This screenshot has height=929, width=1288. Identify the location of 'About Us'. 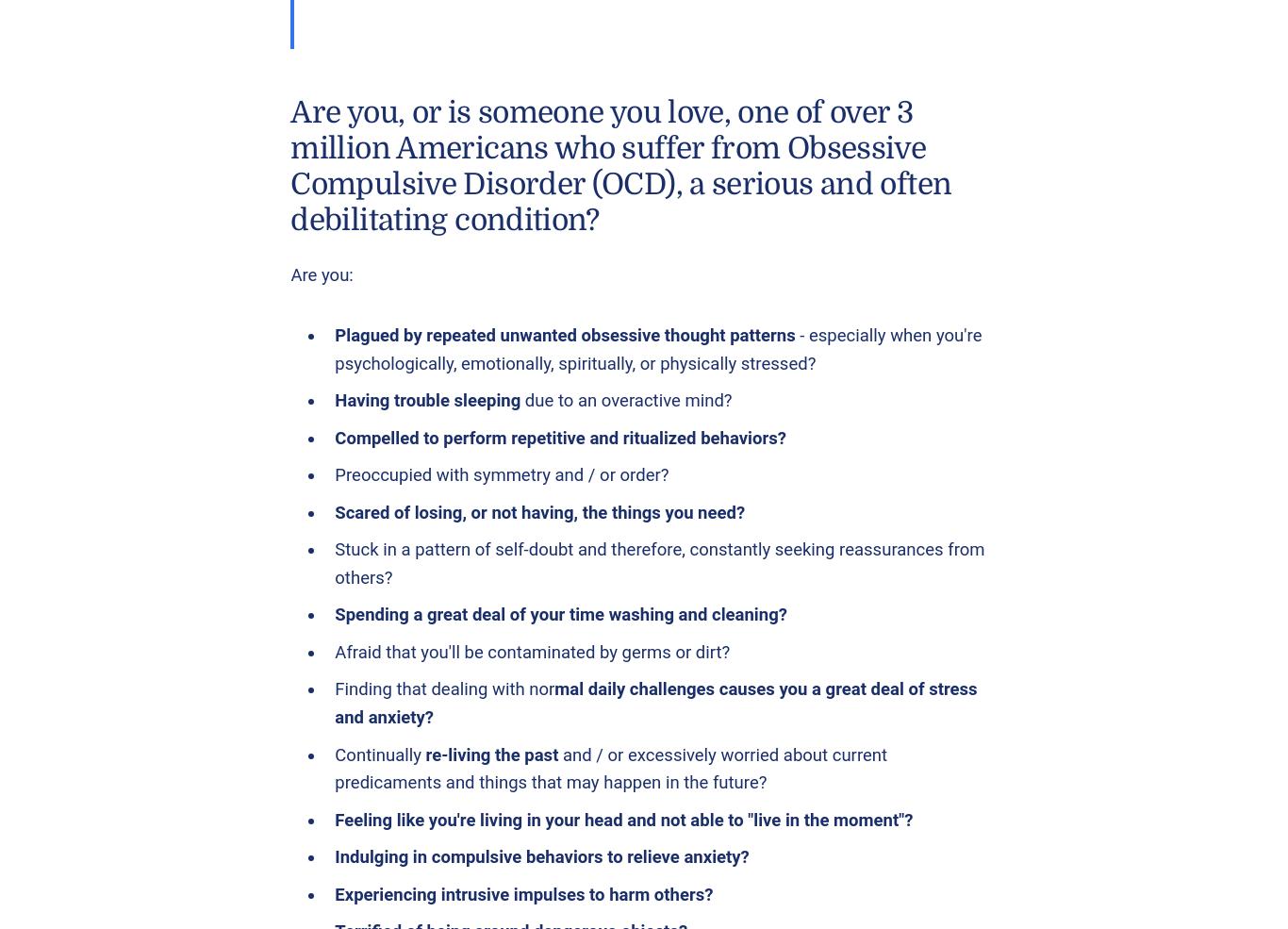
(474, 197).